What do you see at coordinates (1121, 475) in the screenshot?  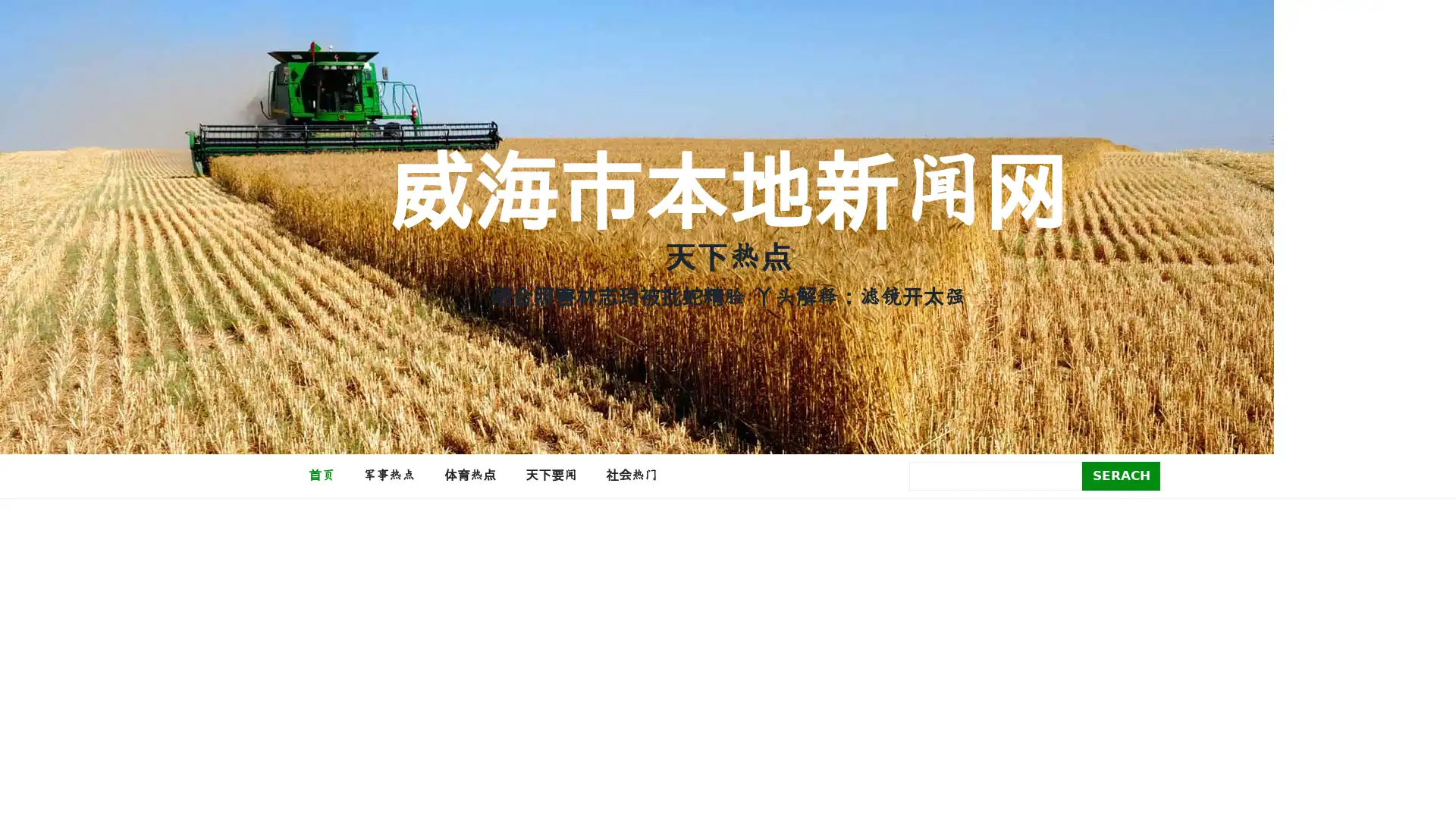 I see `serach` at bounding box center [1121, 475].